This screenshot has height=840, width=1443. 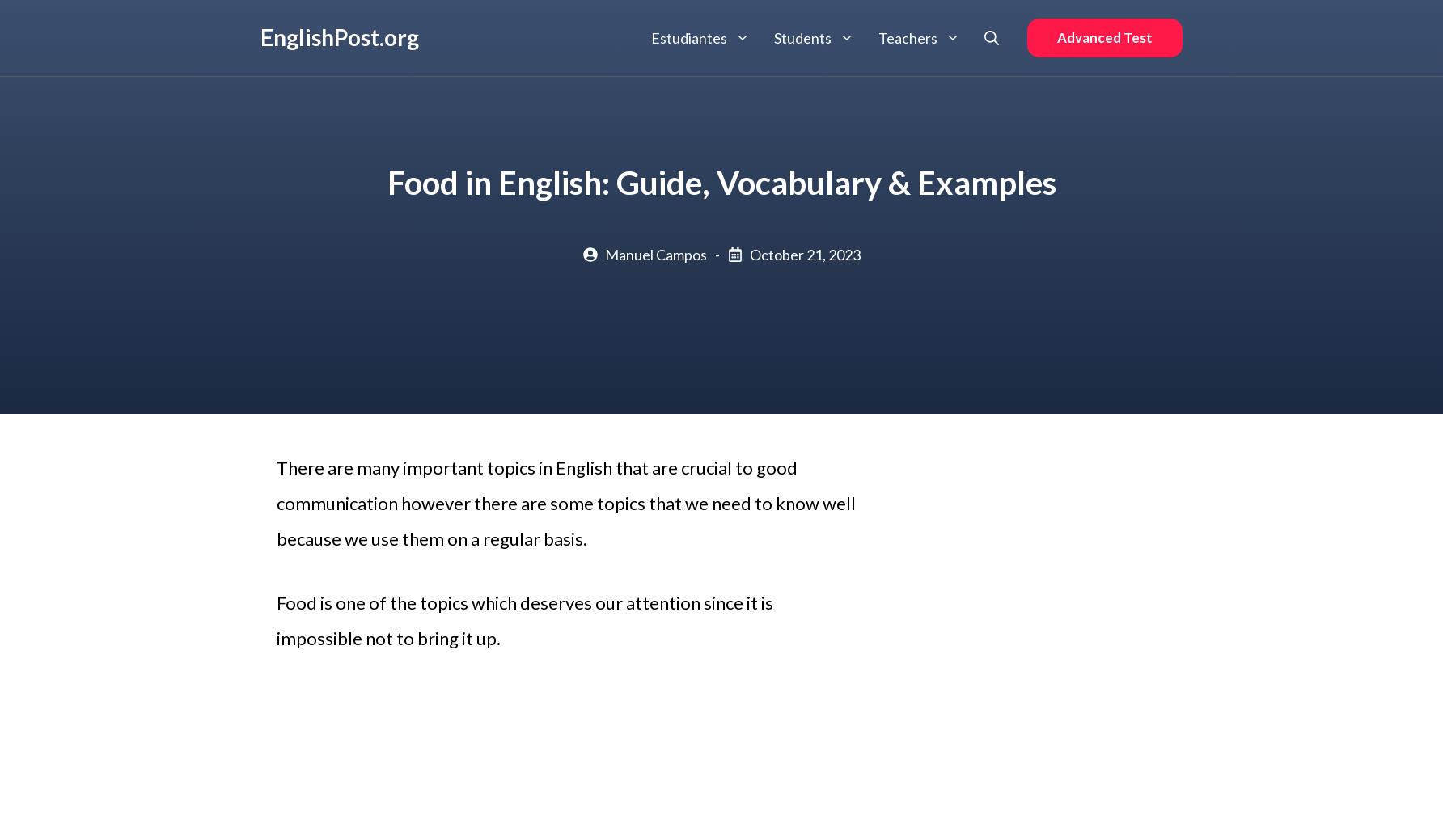 What do you see at coordinates (338, 36) in the screenshot?
I see `'EnglishPost.org'` at bounding box center [338, 36].